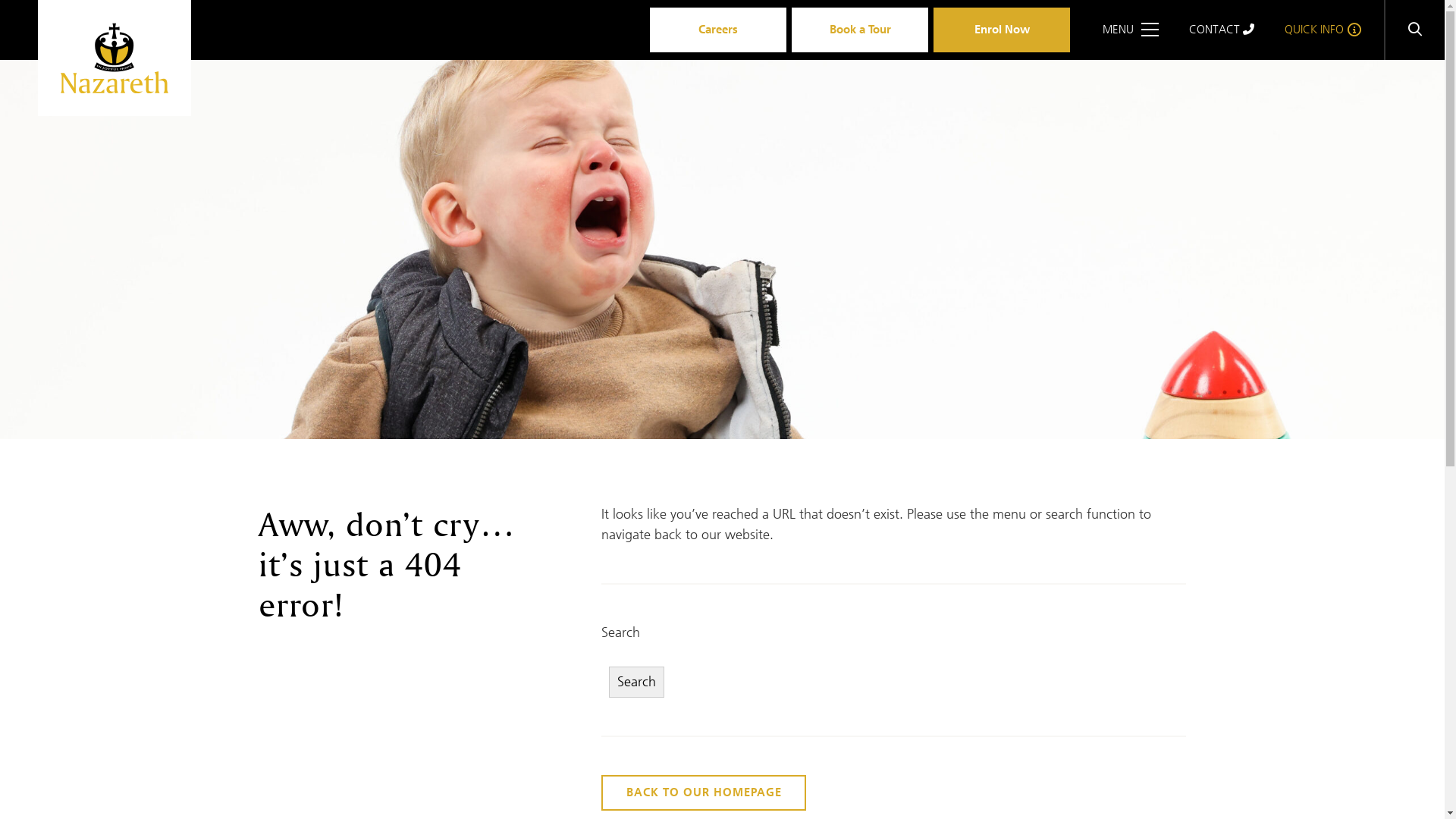 The height and width of the screenshot is (819, 1456). What do you see at coordinates (636, 681) in the screenshot?
I see `'Search'` at bounding box center [636, 681].